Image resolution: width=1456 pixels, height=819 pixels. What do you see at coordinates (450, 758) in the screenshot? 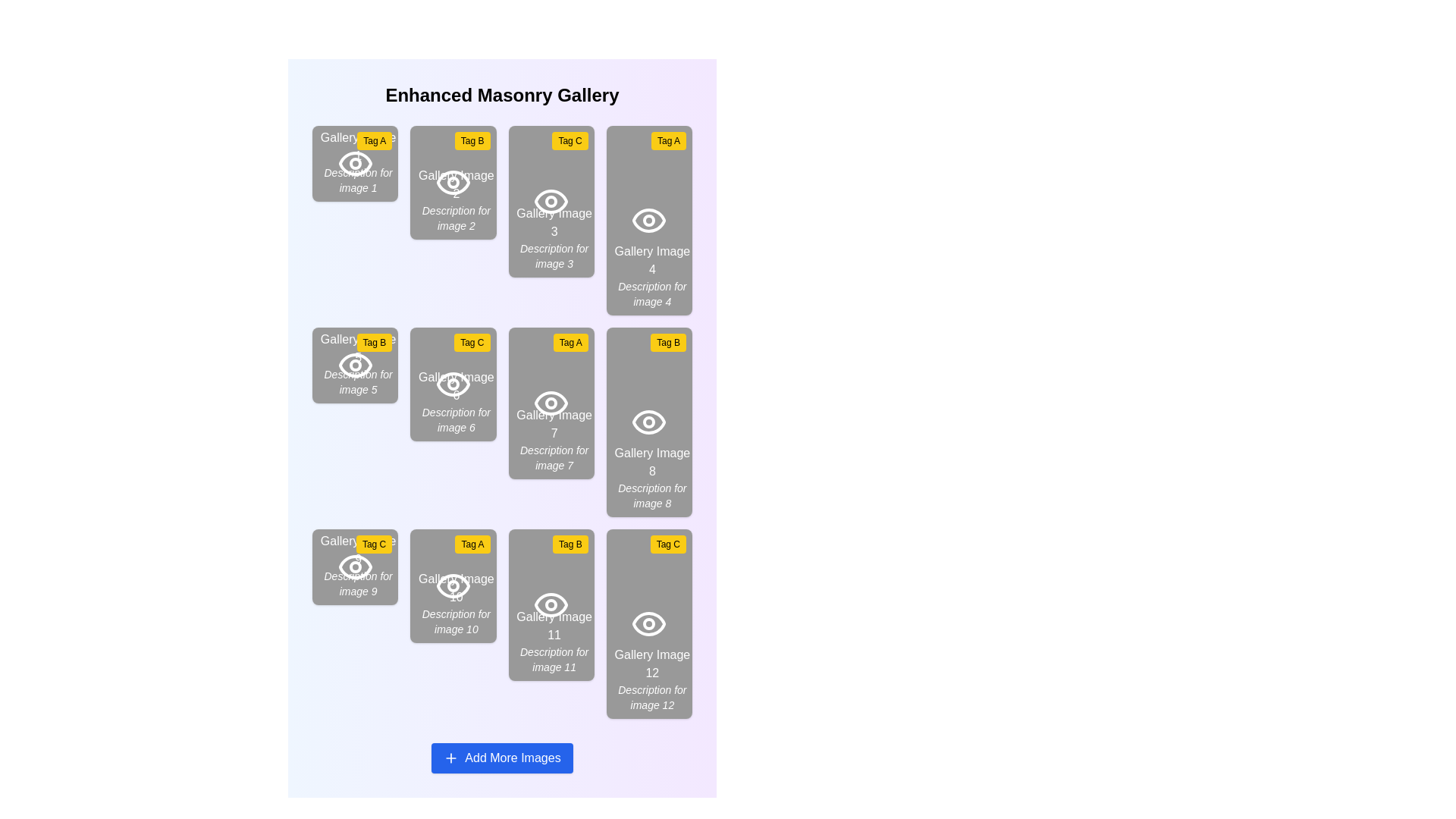
I see `the plus icon located at the leftmost part of the 'Add More Images' button, which features two intersecting lines forming a cross` at bounding box center [450, 758].